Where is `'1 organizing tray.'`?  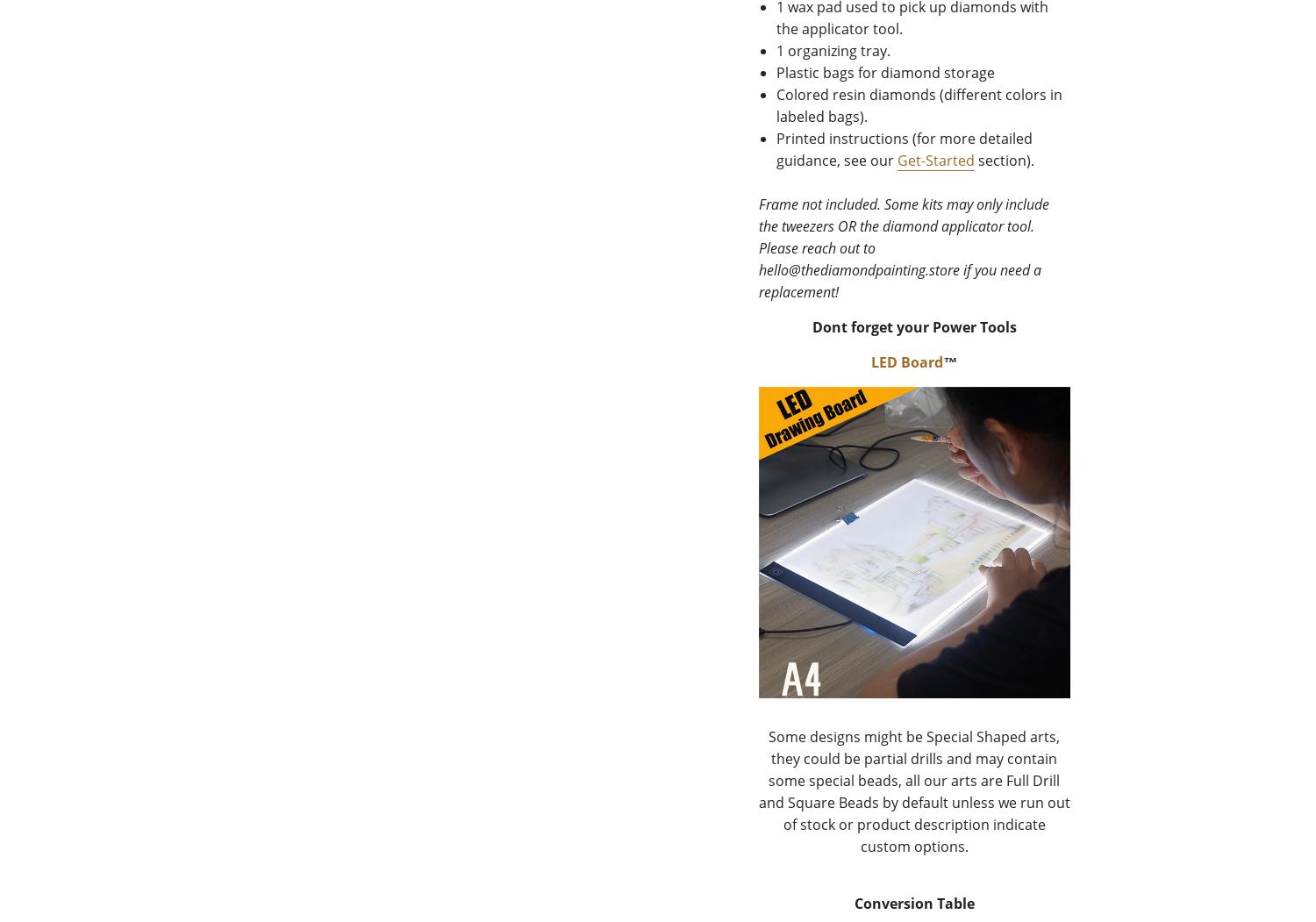
'1 organizing tray.' is located at coordinates (832, 50).